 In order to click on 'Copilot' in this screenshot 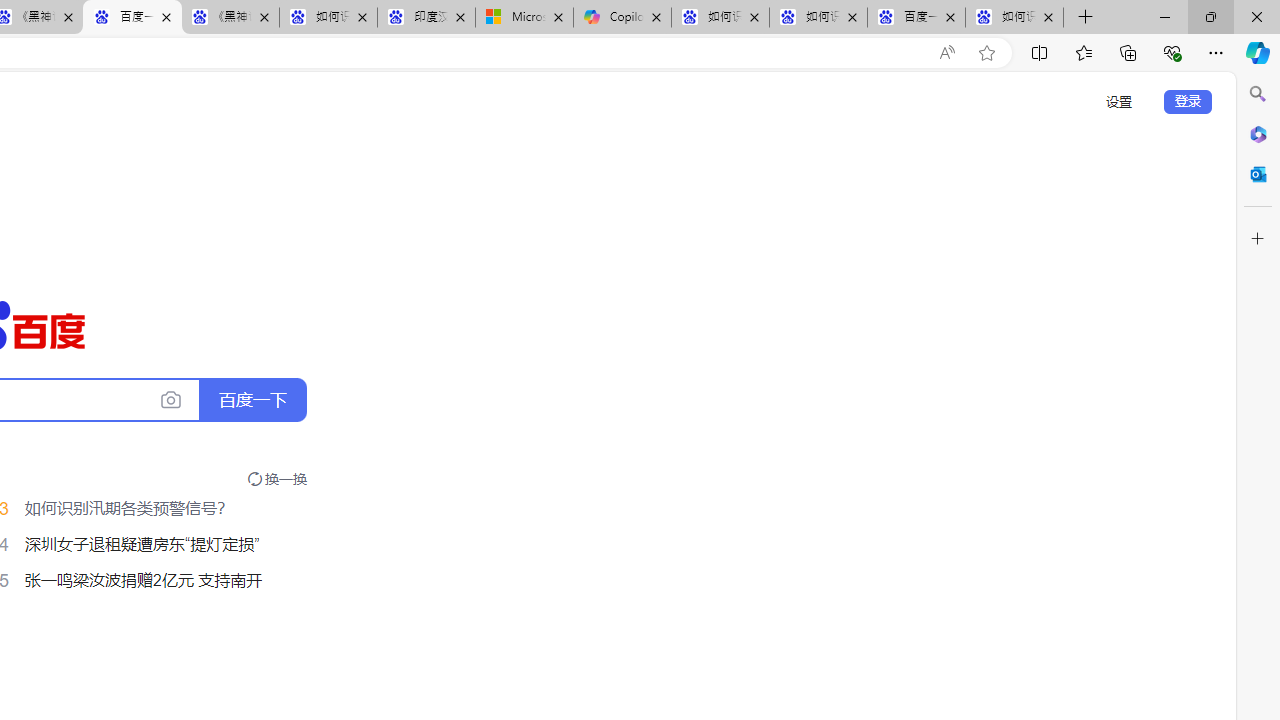, I will do `click(621, 17)`.